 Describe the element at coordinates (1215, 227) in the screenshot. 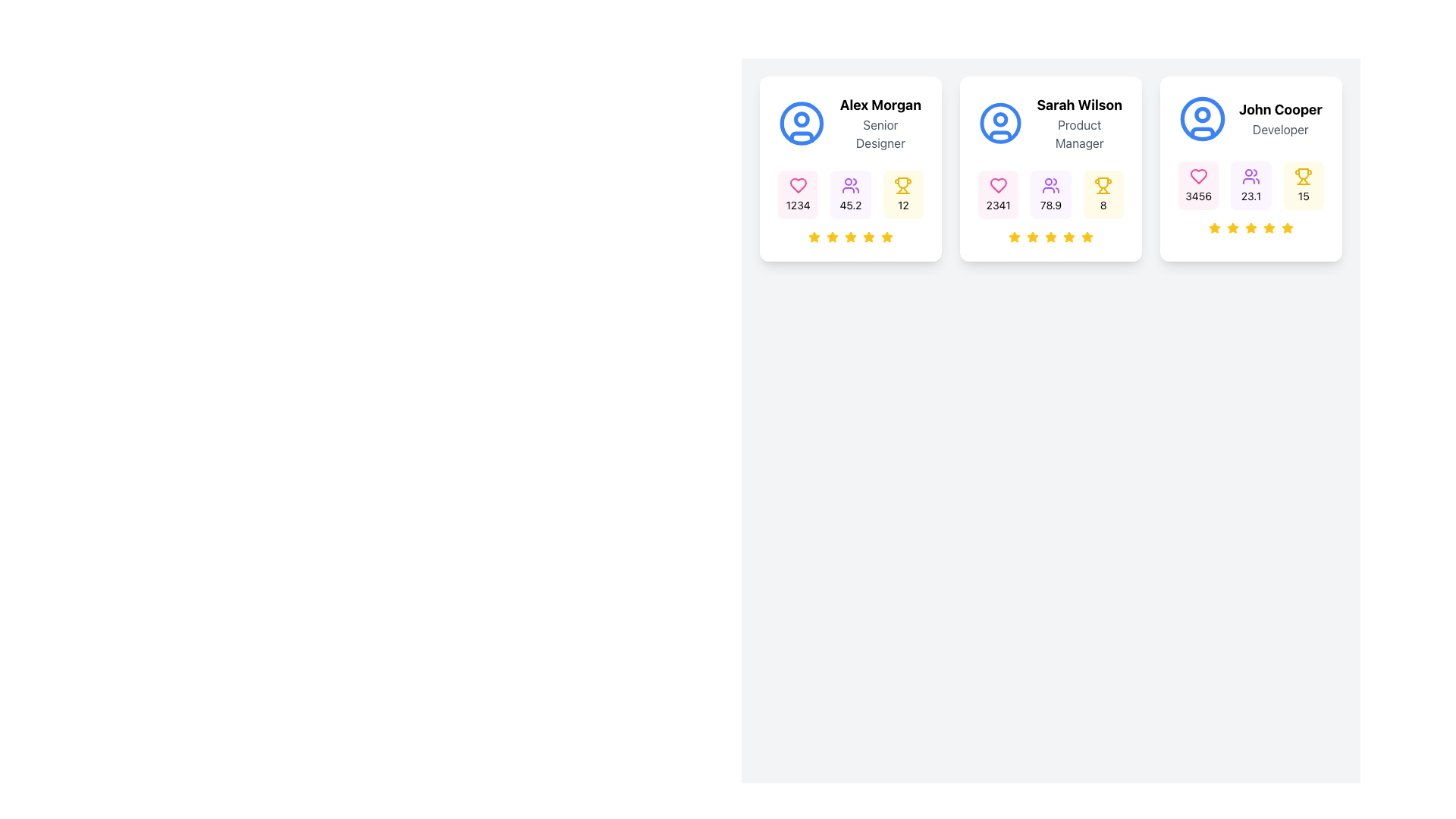

I see `the vibrant yellow star icon located at the bottom of John Cooper's profile card to rate it` at that location.